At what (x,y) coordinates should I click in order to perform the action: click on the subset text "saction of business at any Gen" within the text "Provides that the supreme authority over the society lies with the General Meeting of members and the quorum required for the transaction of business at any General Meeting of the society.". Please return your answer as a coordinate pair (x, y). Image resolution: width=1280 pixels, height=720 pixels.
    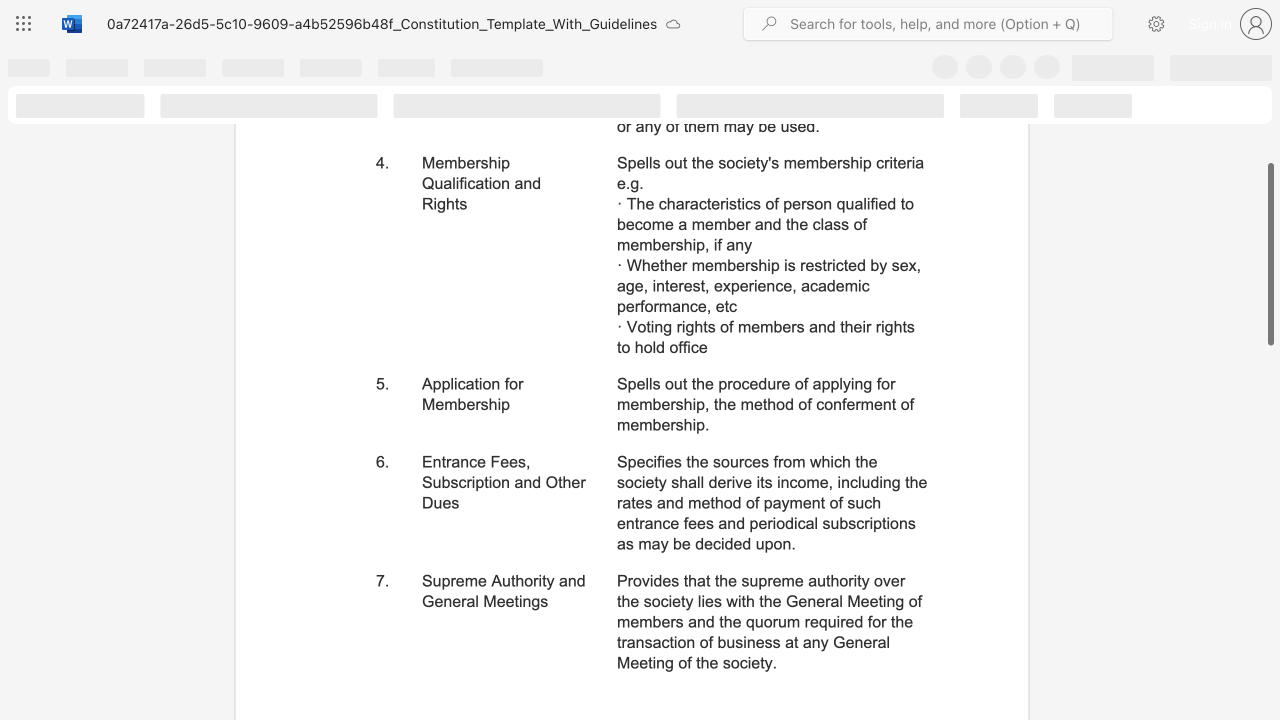
    Looking at the image, I should click on (644, 642).